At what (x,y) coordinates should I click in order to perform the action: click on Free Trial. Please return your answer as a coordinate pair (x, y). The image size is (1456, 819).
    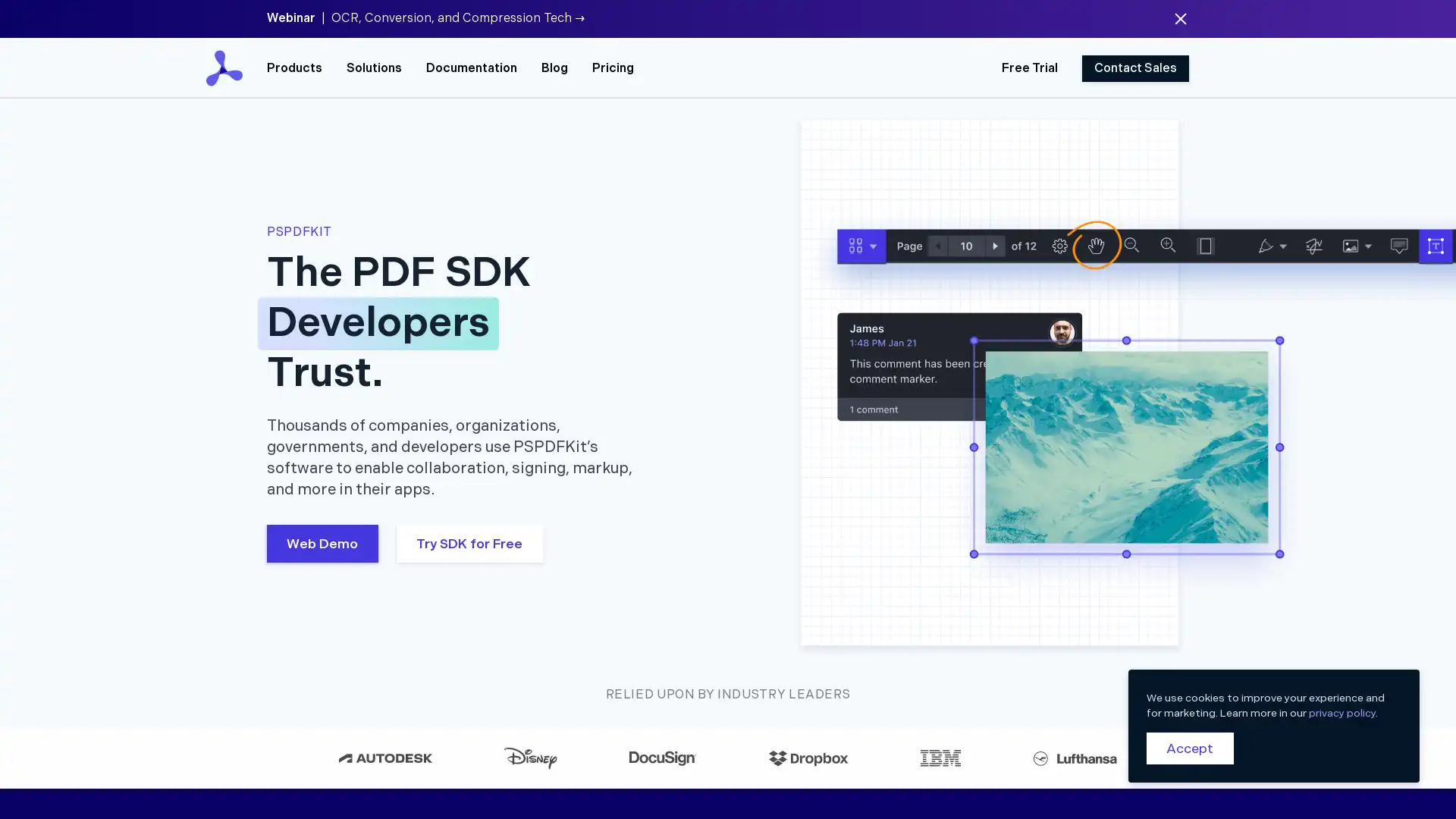
    Looking at the image, I should click on (1030, 67).